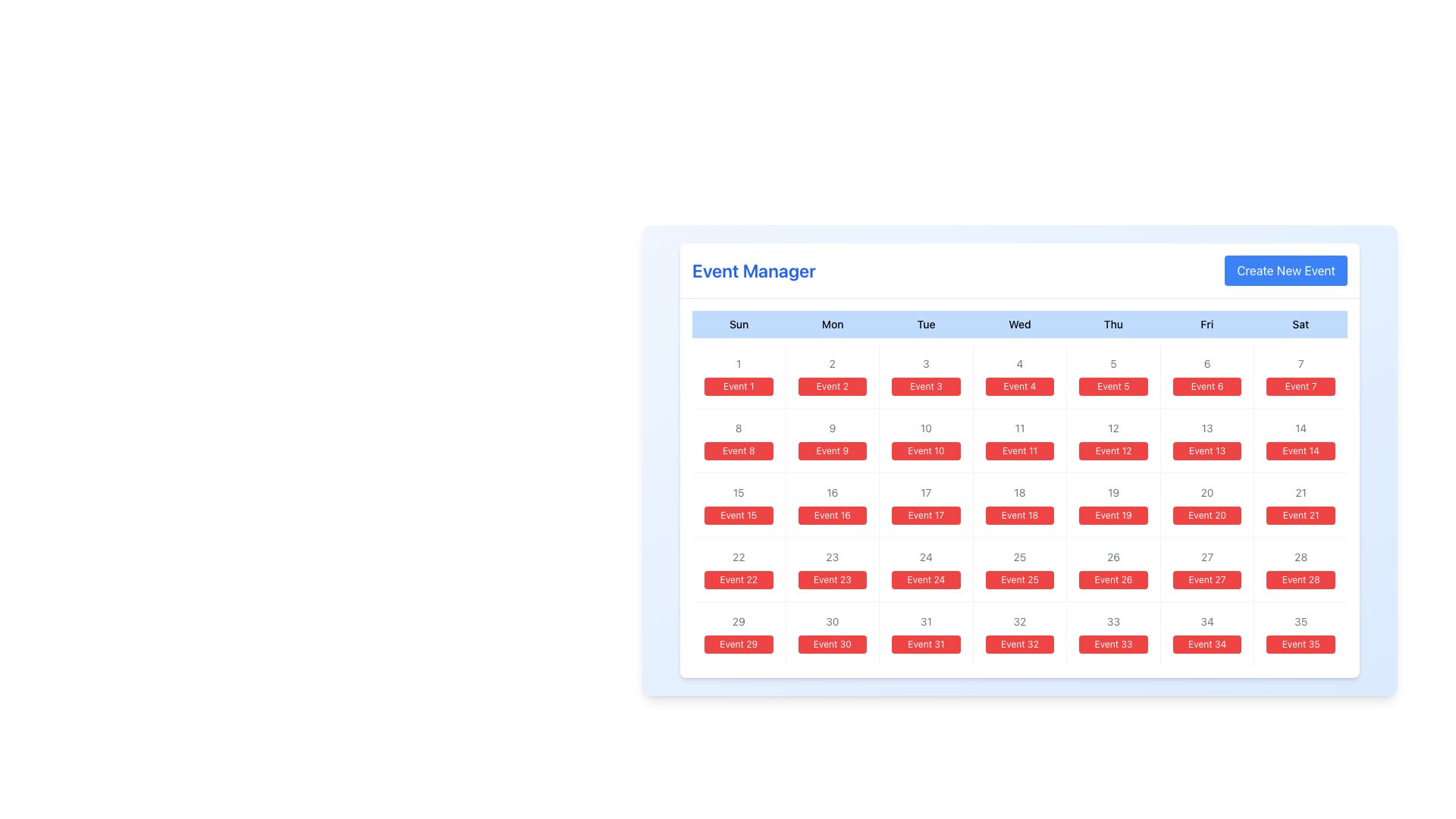 This screenshot has width=1456, height=819. Describe the element at coordinates (1207, 493) in the screenshot. I see `the Text label indicating the numeric identifier '20' for the associated event, located above the red button labeled 'Event 20' within the calendar grid under column 'Fri' and row '4'` at that location.